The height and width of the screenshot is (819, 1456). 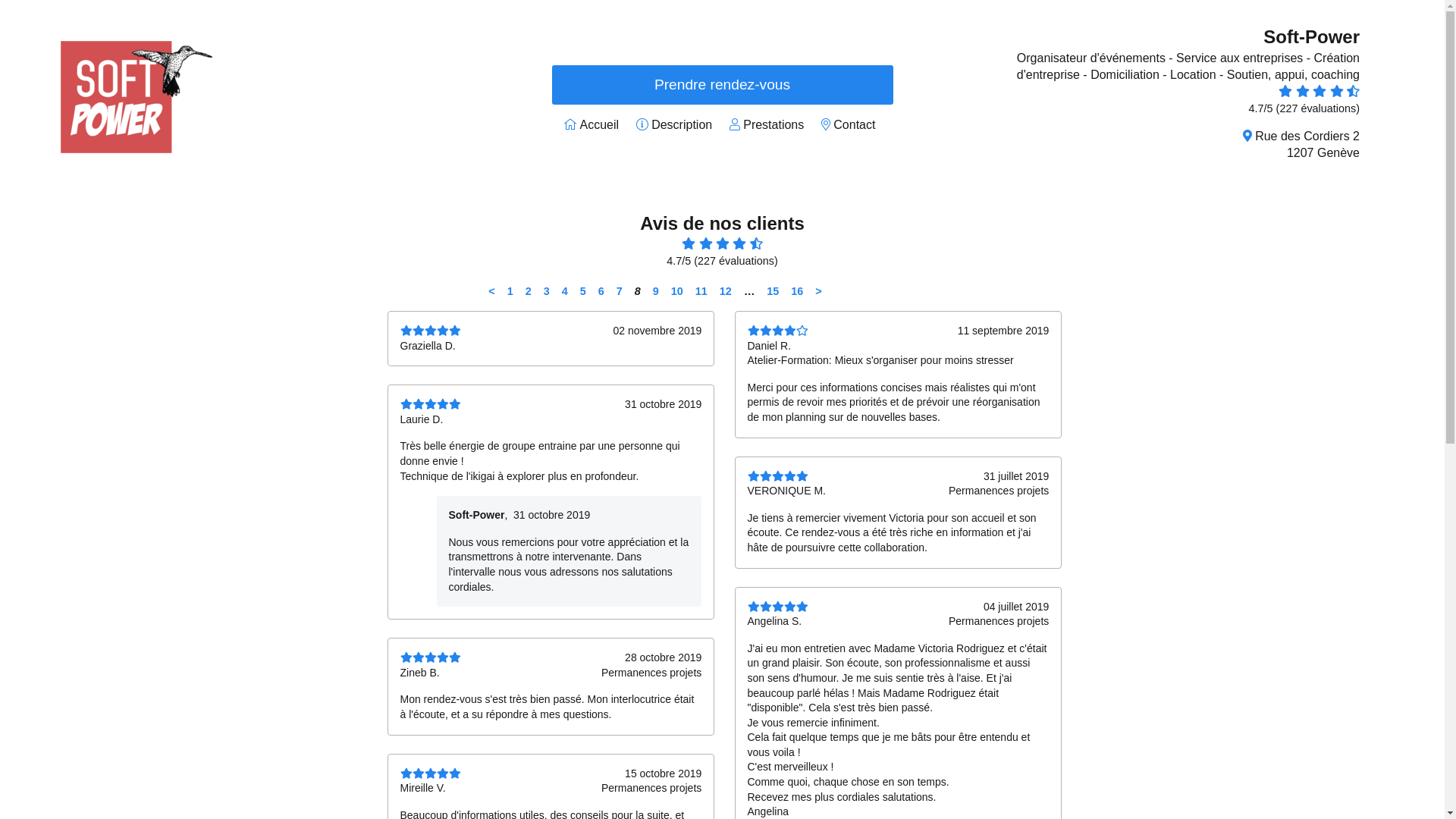 What do you see at coordinates (619, 291) in the screenshot?
I see `'7'` at bounding box center [619, 291].